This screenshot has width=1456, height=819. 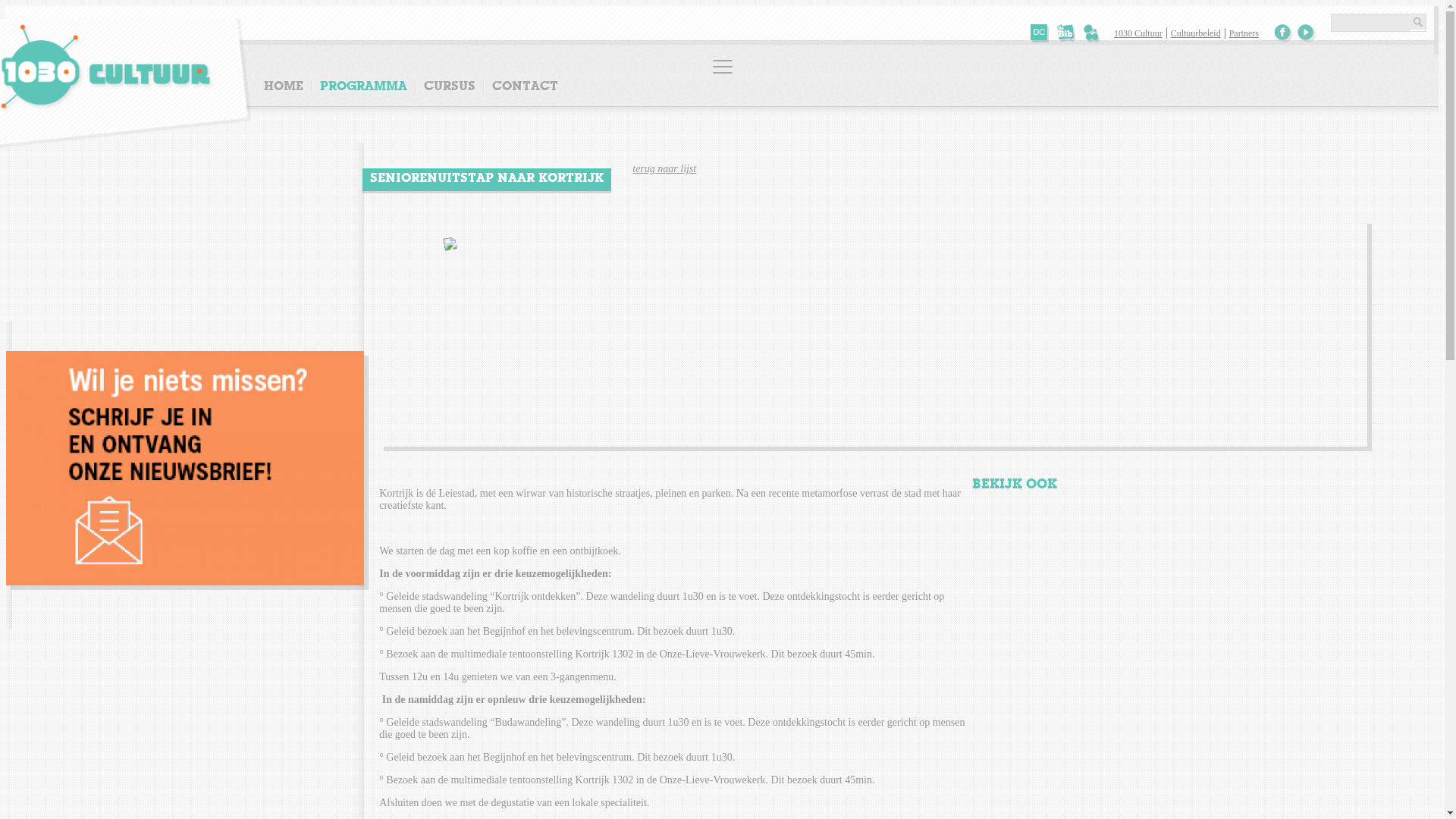 I want to click on 'de bib', so click(x=1065, y=33).